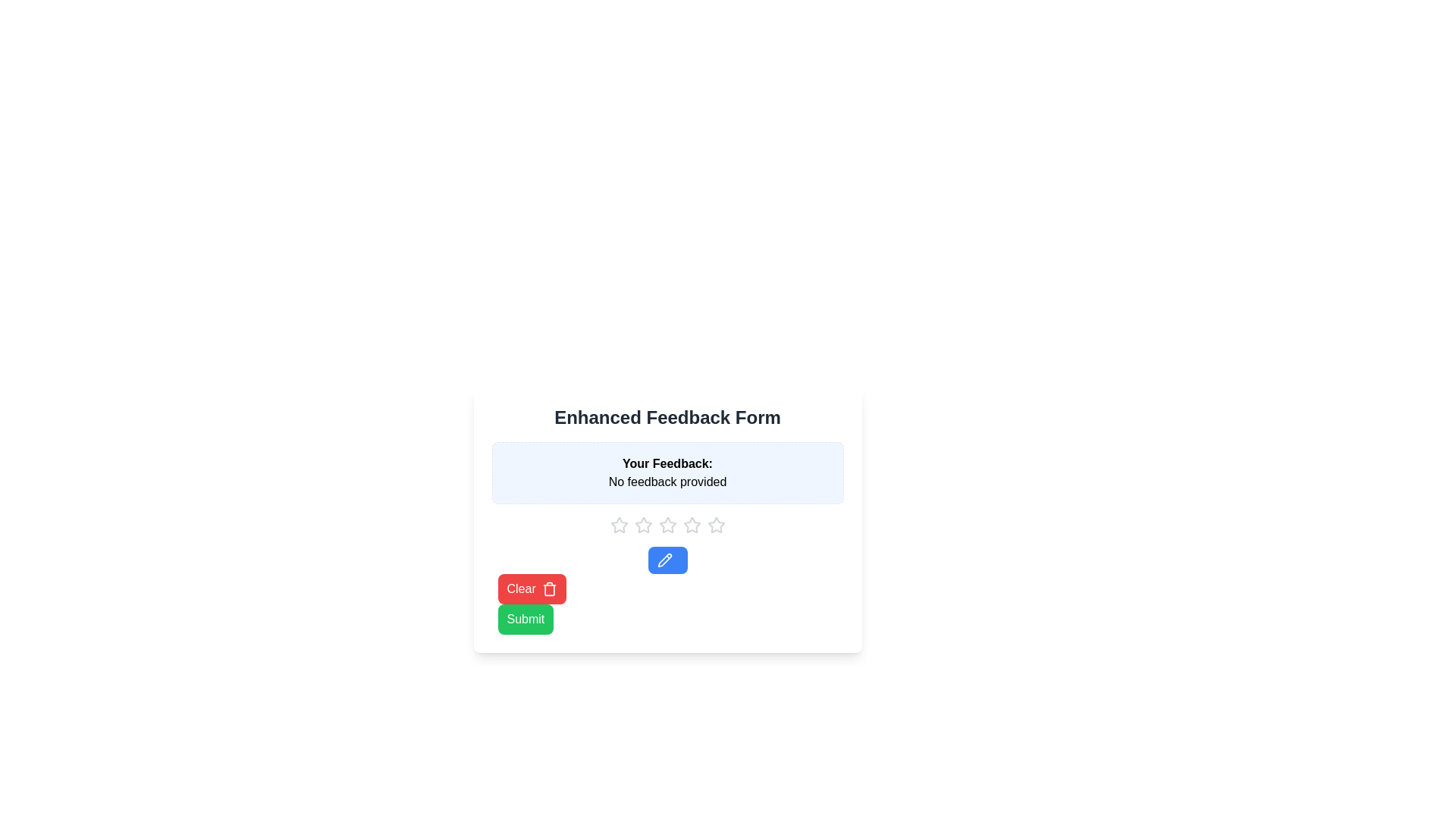 The image size is (1456, 819). I want to click on the trash can icon located within the Clear button at the bottom left area of the feedback form, adjacent to the Submit button, so click(548, 589).